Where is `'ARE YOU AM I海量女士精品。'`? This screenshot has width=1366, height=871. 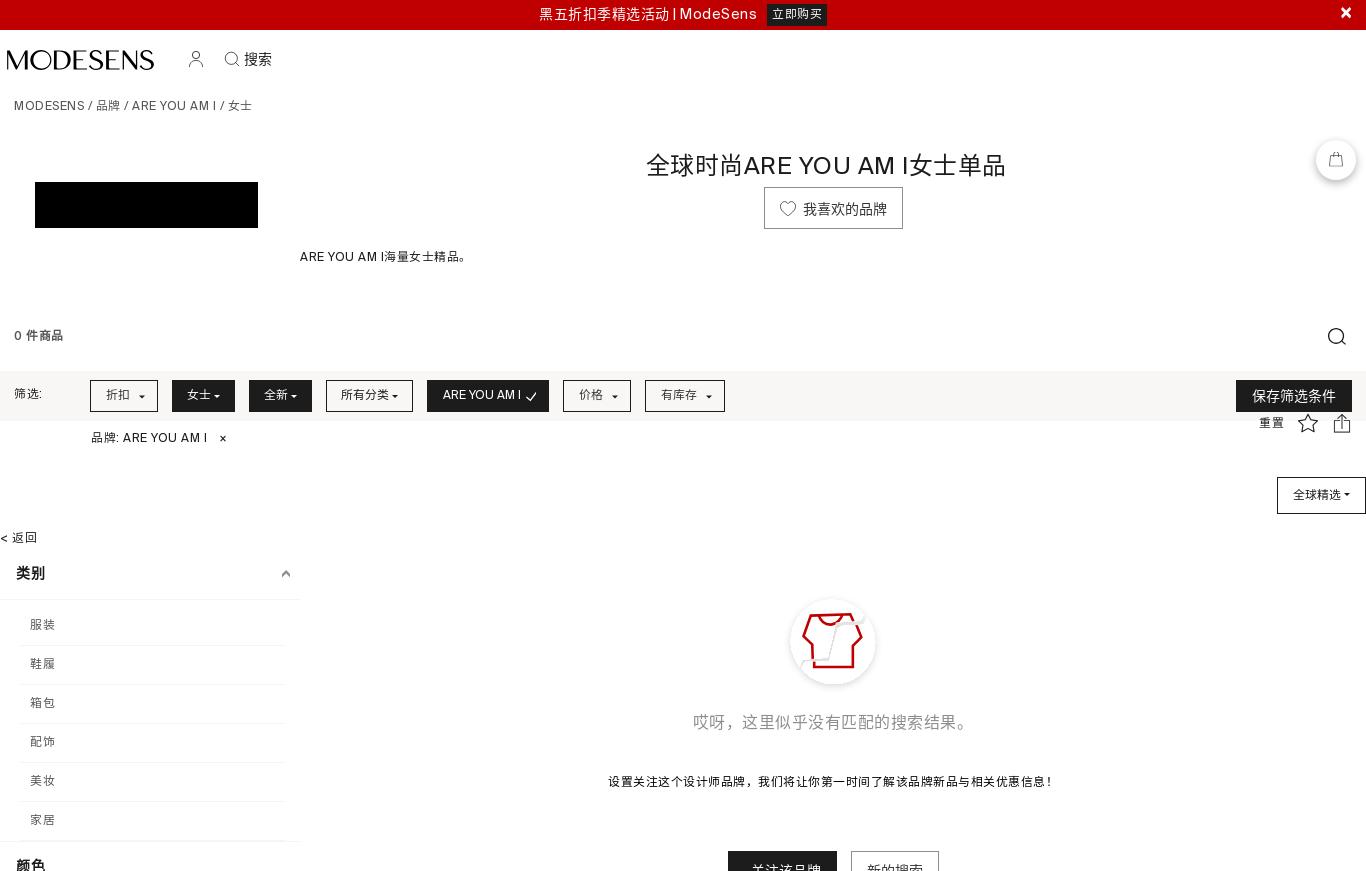
'ARE YOU AM I海量女士精品。' is located at coordinates (384, 257).